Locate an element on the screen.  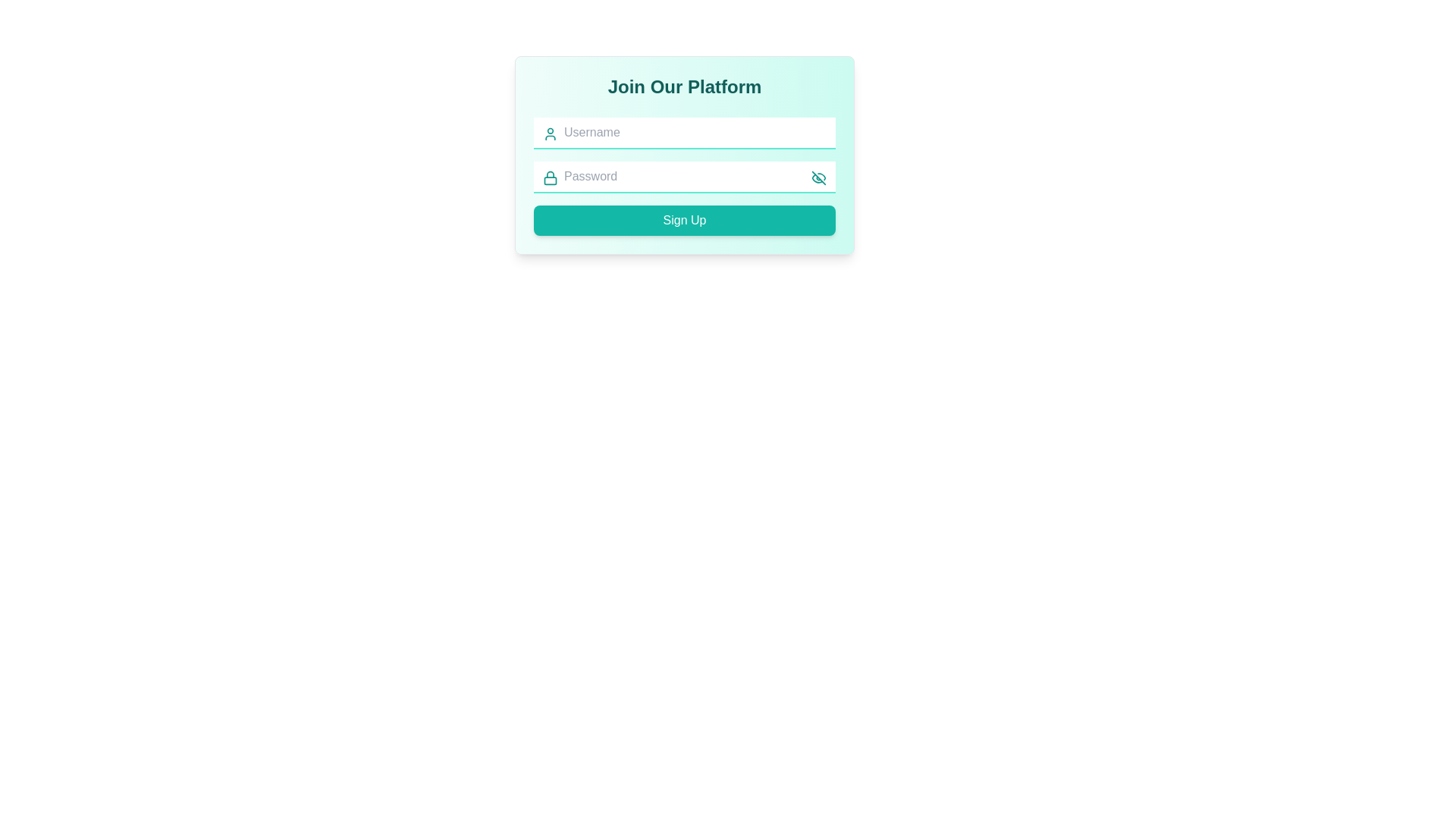
properties of the Password Input Field, which is the second input field in the vertical form layout, located directly below the 'Username' input field and above the 'Sign Up' button is located at coordinates (683, 177).